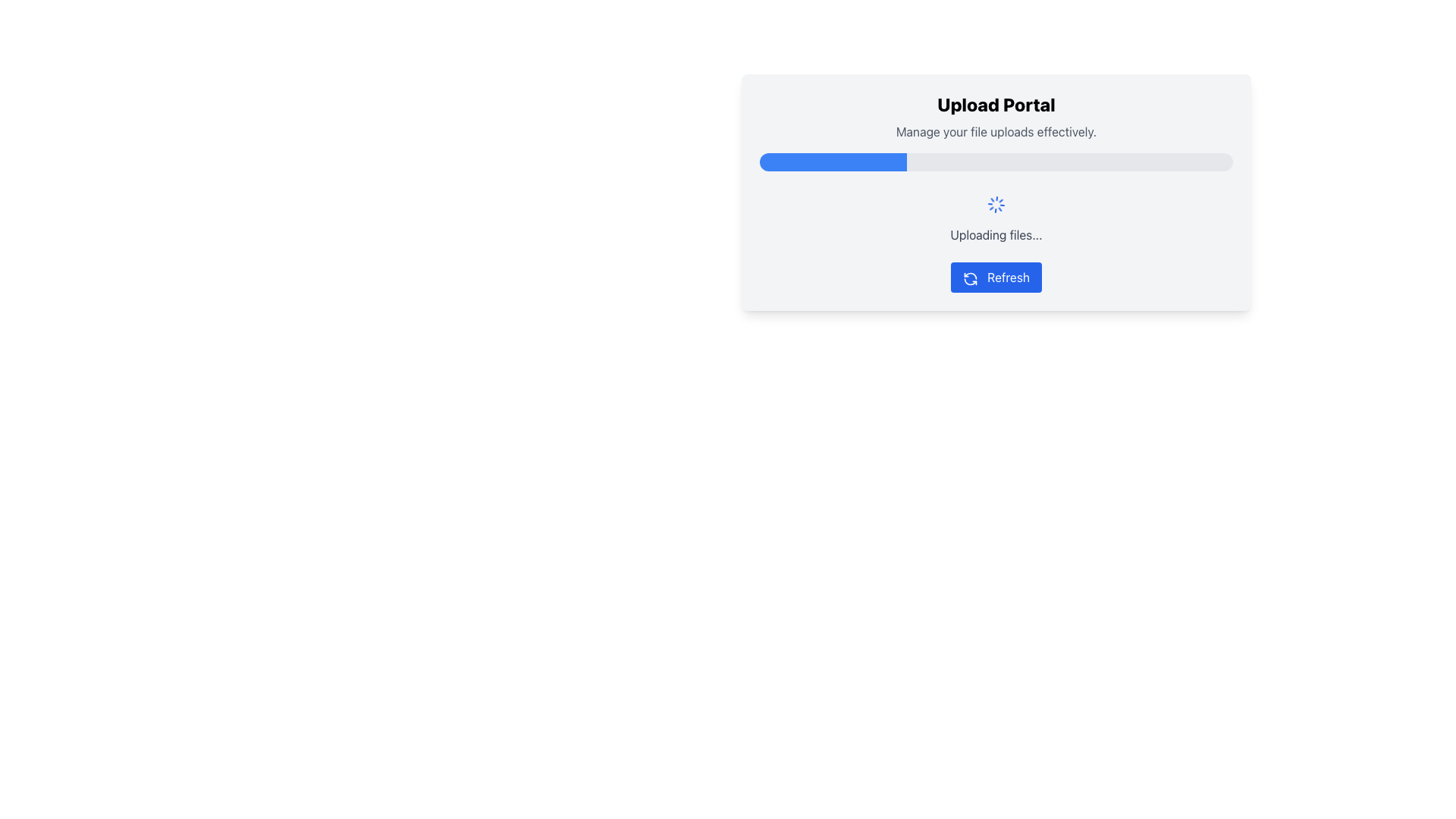 This screenshot has width=1456, height=819. Describe the element at coordinates (996, 234) in the screenshot. I see `the static text label displaying 'Uploading files...' which is located below the spinning loader icon in the modal interface` at that location.